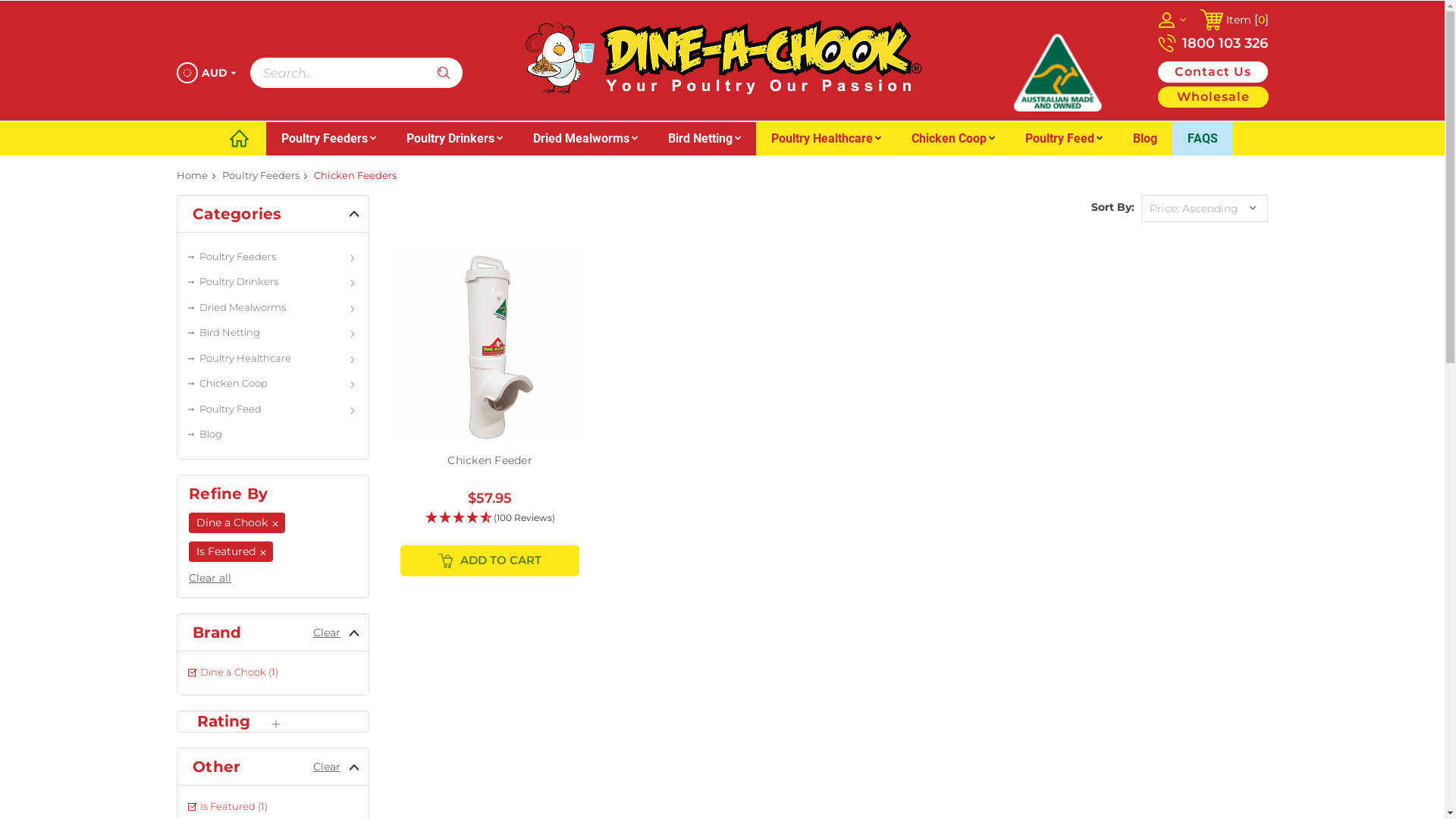 The width and height of the screenshot is (1456, 819). What do you see at coordinates (177, 281) in the screenshot?
I see `'Poultry Drinkers'` at bounding box center [177, 281].